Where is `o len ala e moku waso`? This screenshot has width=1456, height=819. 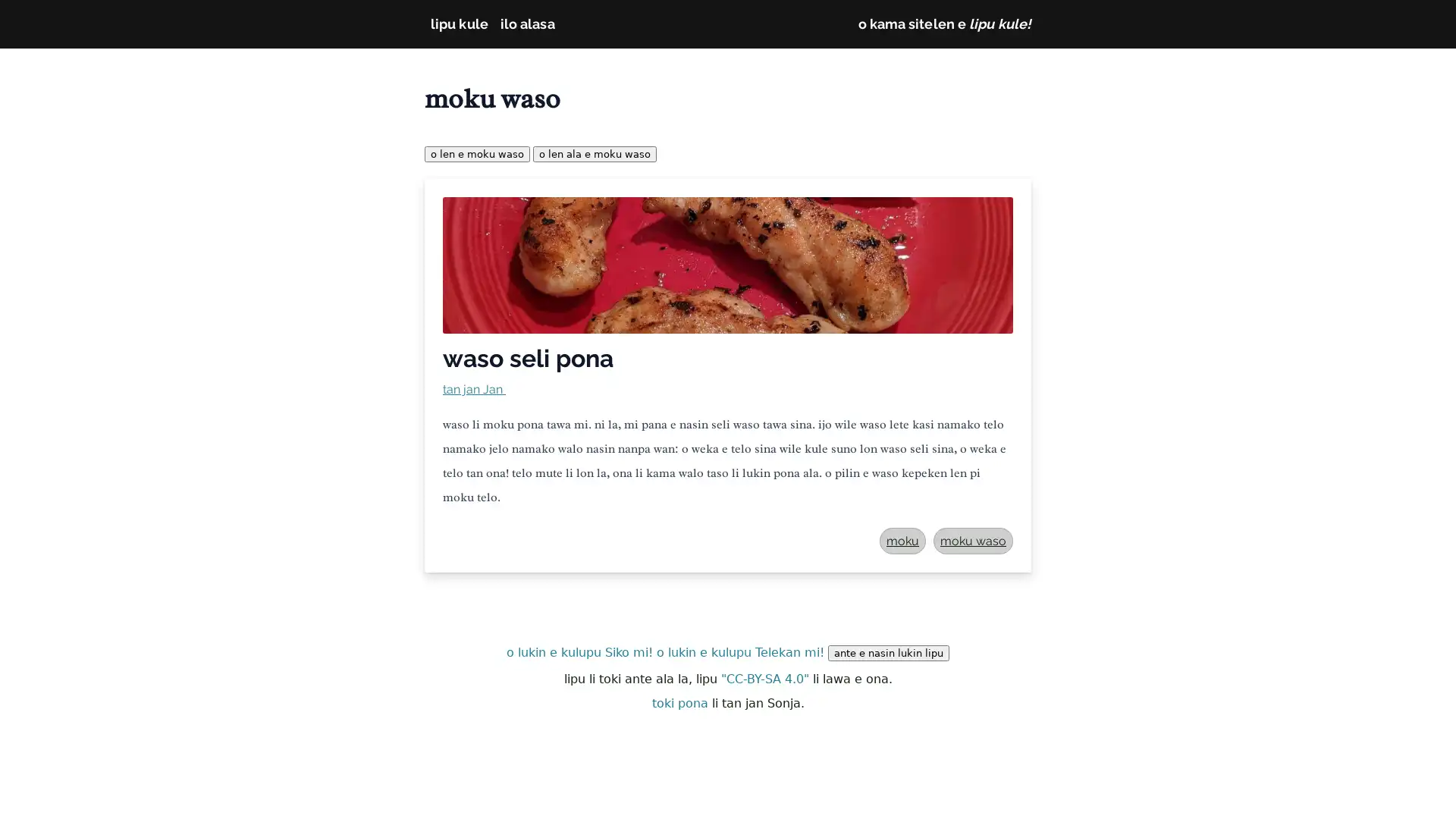 o len ala e moku waso is located at coordinates (594, 154).